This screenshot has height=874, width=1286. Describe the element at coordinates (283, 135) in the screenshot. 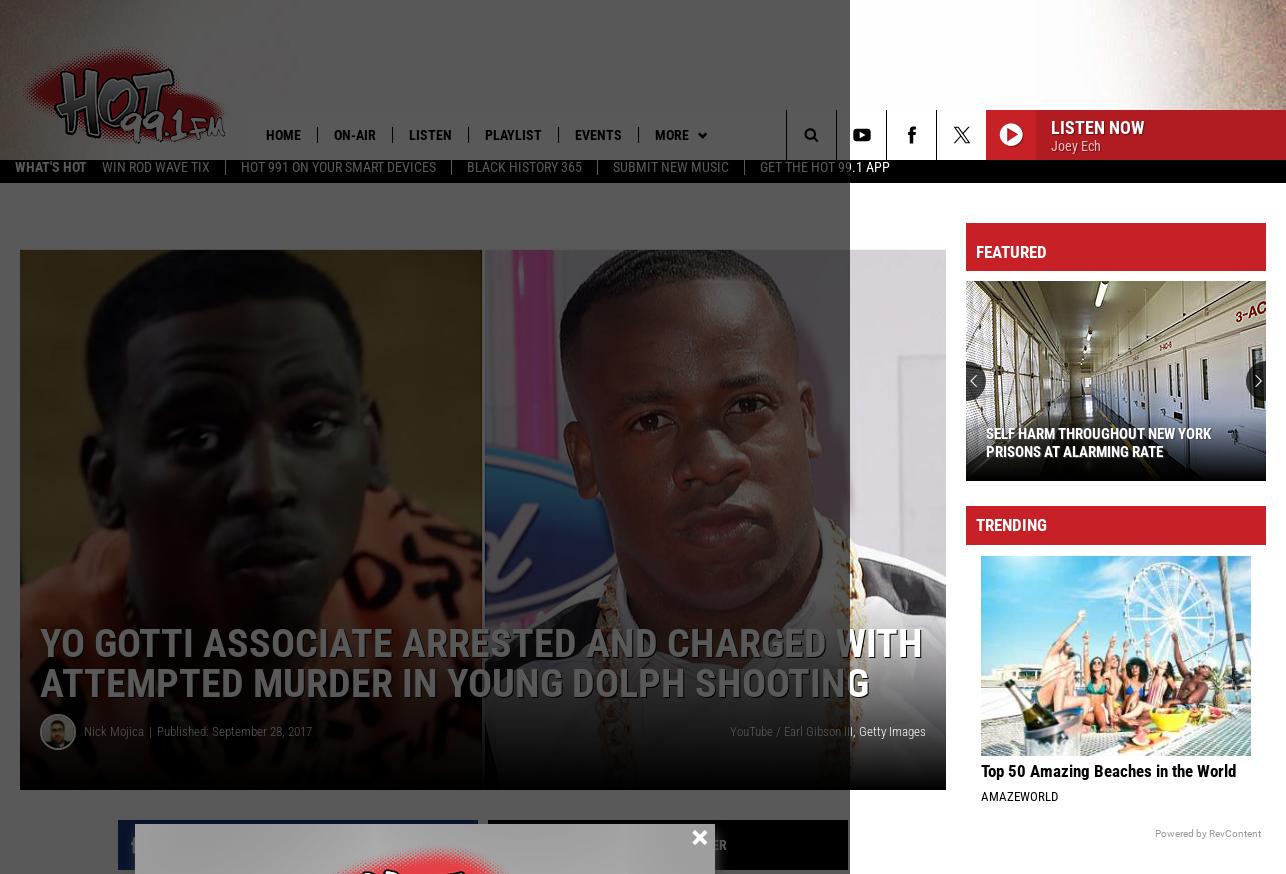

I see `'Home'` at that location.